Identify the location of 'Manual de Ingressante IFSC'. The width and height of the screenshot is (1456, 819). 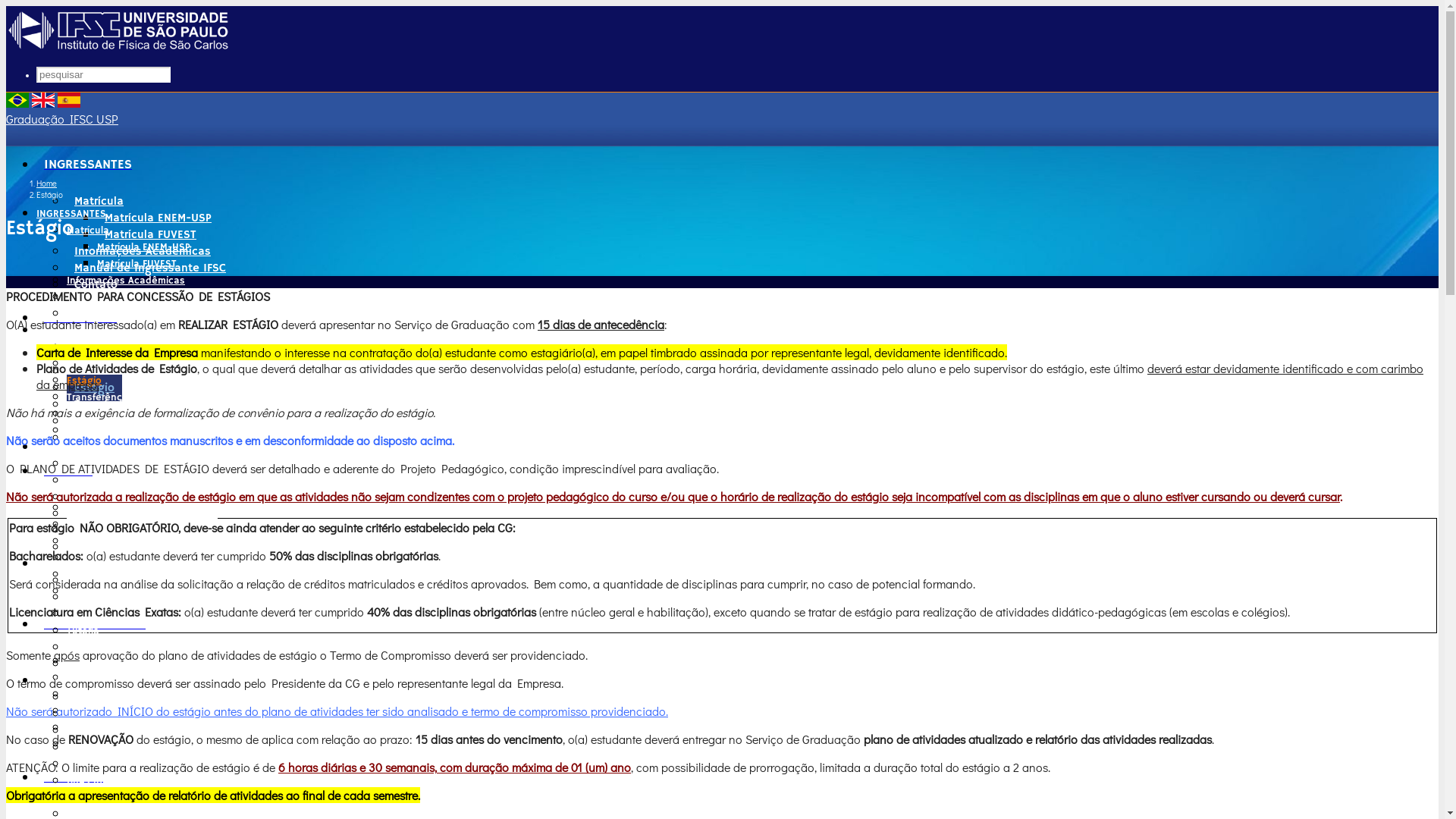
(132, 297).